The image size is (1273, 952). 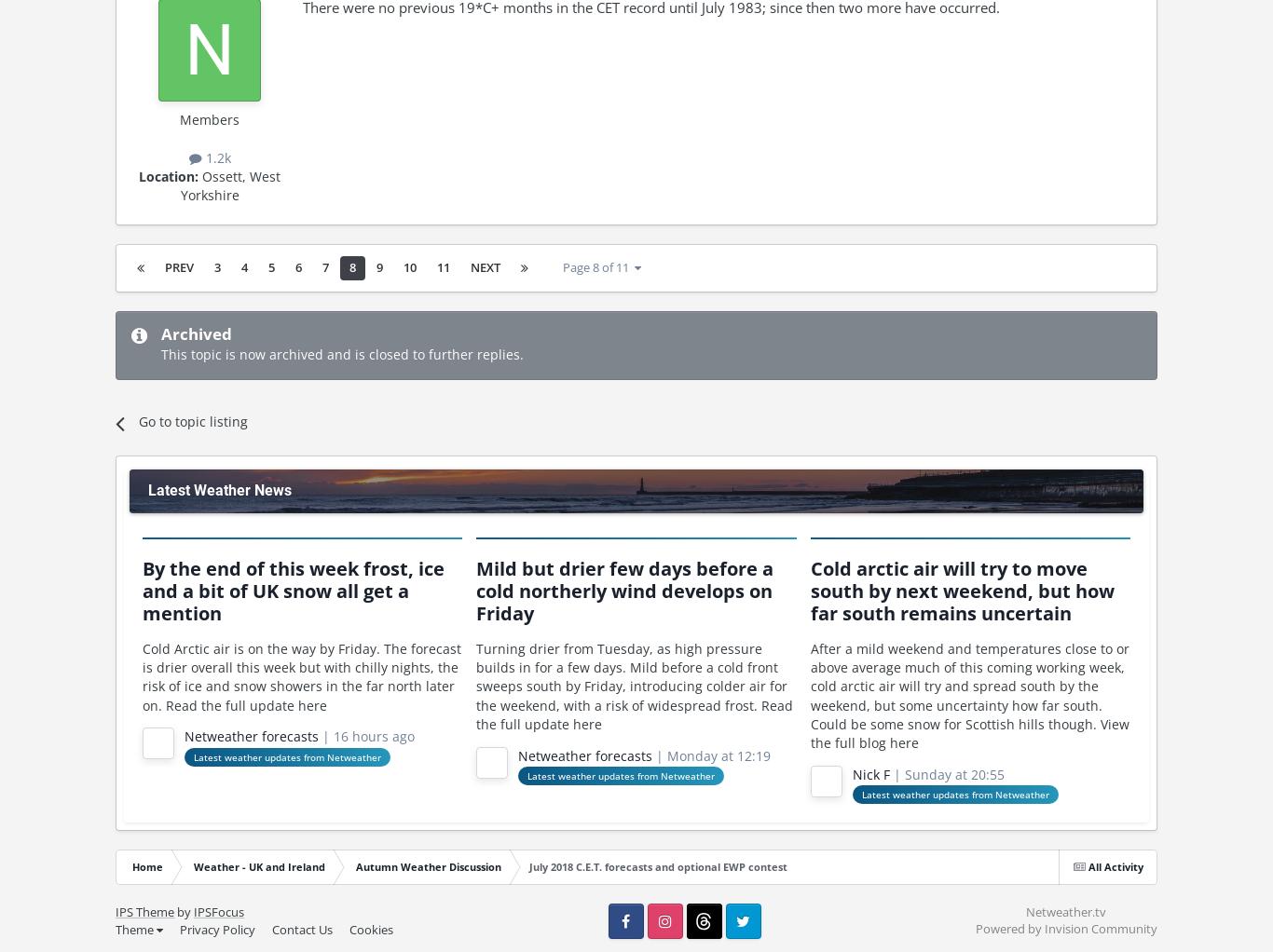 What do you see at coordinates (623, 591) in the screenshot?
I see `'Mild but drier few days before a cold northerly wind develops on Friday'` at bounding box center [623, 591].